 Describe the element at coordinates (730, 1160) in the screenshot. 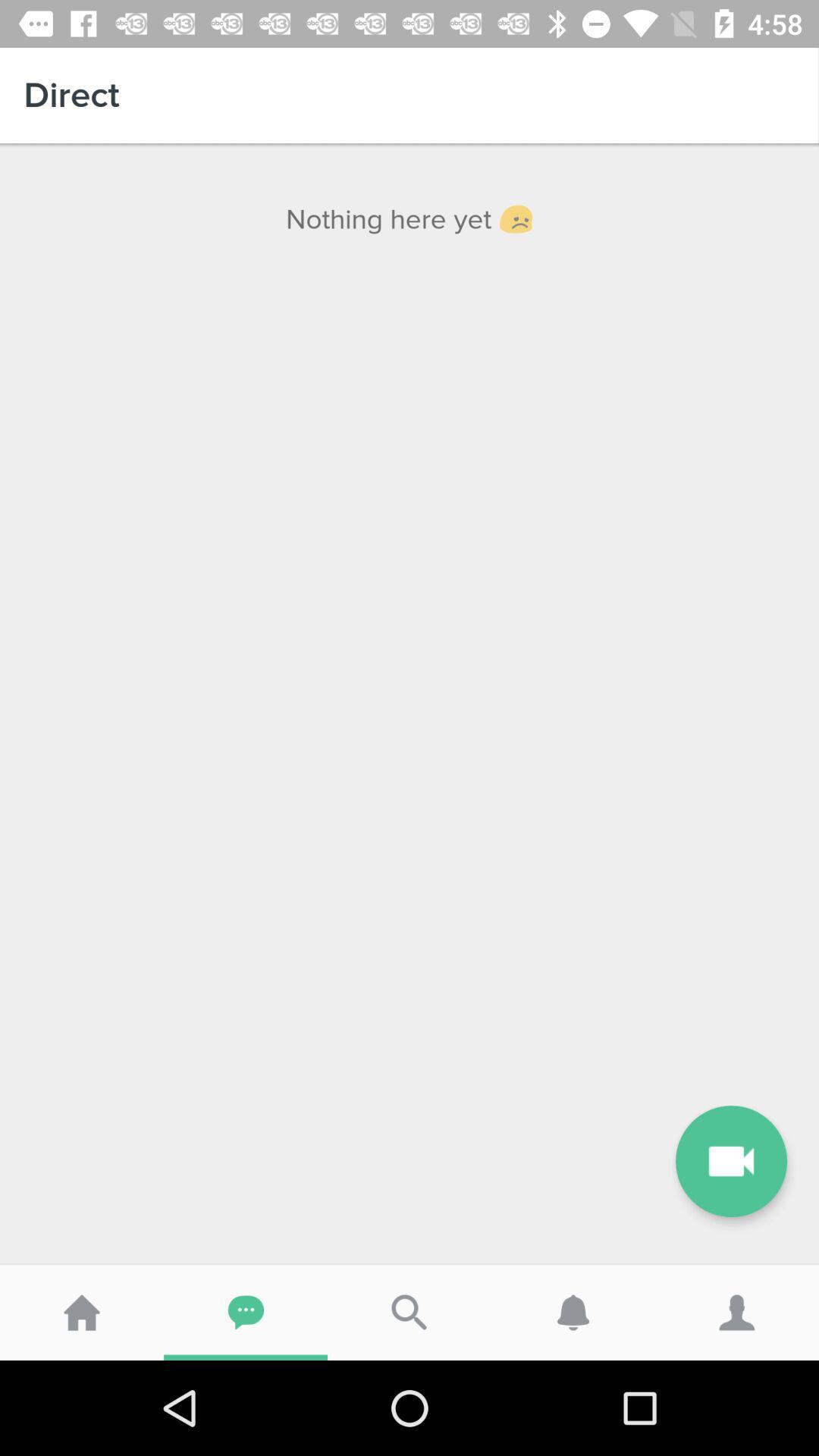

I see `the videocam icon` at that location.